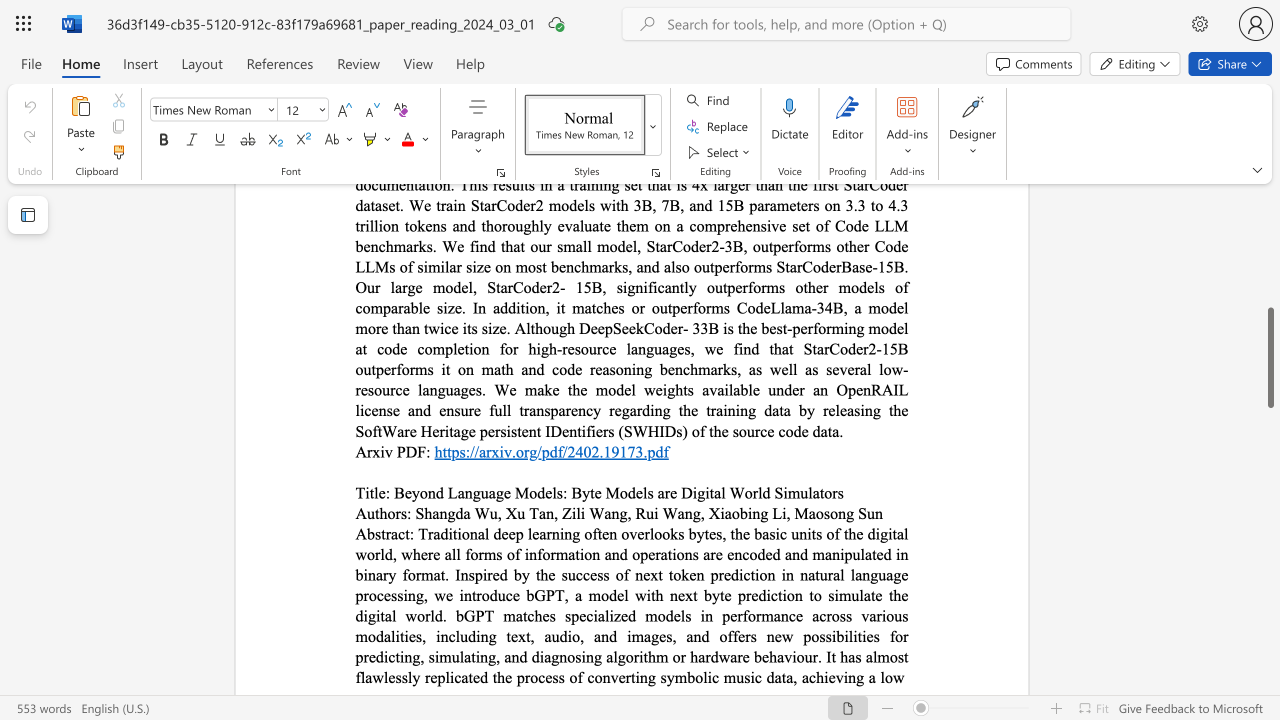 Image resolution: width=1280 pixels, height=720 pixels. What do you see at coordinates (722, 676) in the screenshot?
I see `the subset text "mus" within the text "replicated the process of converting symbolic music data, achieving a low"` at bounding box center [722, 676].